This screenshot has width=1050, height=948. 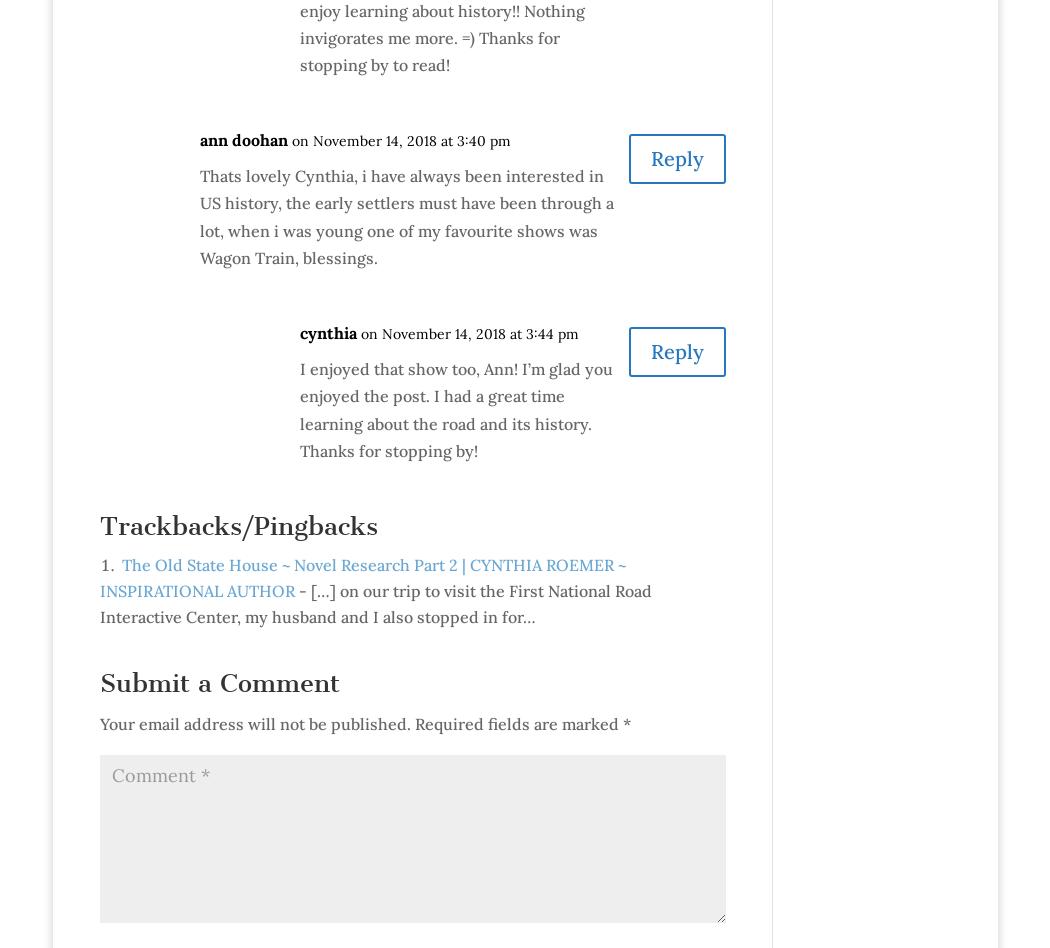 What do you see at coordinates (622, 723) in the screenshot?
I see `'*'` at bounding box center [622, 723].